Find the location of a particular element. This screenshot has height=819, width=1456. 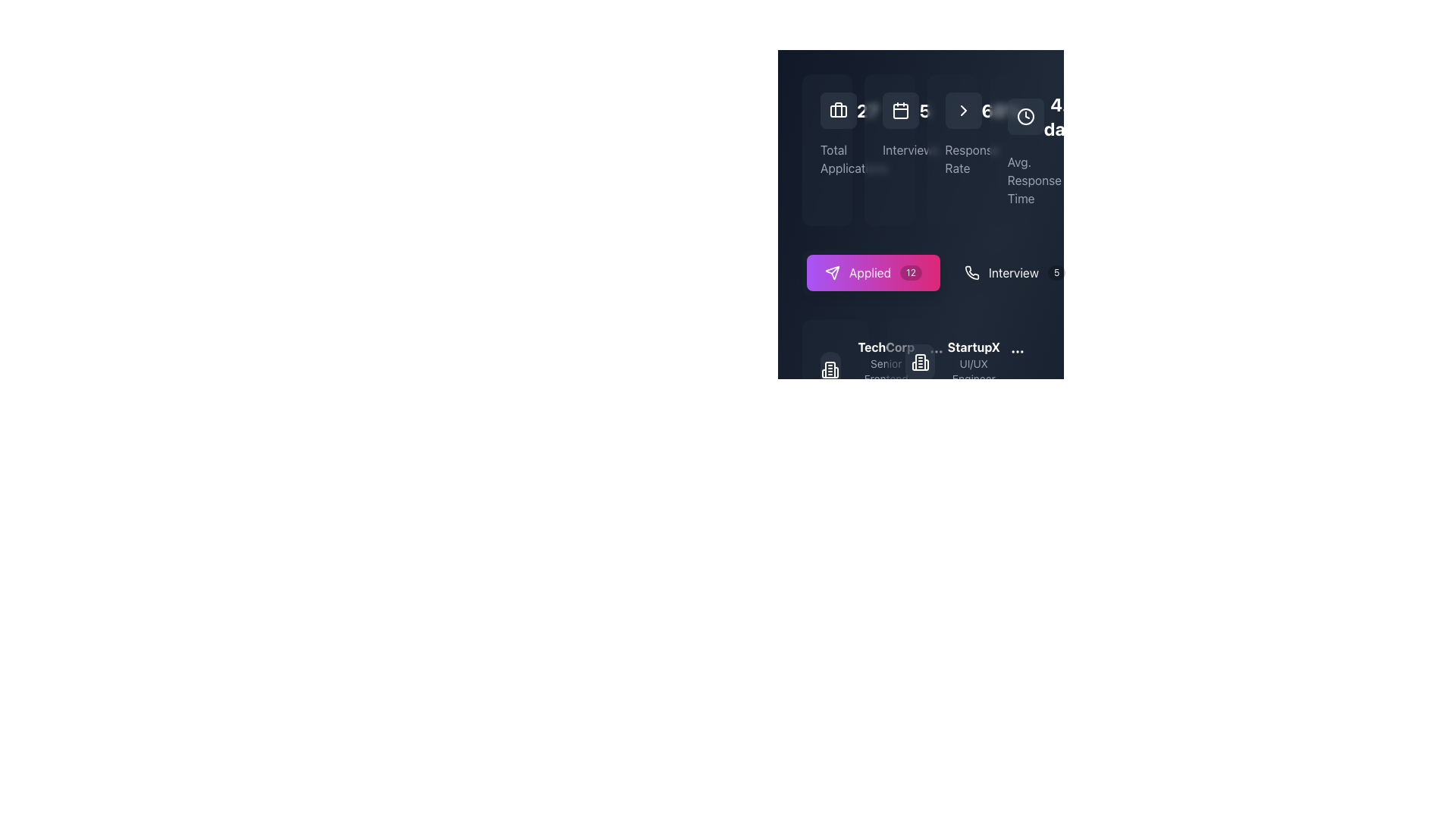

the 'Applied' button label, which is a text element displayed in bold white font against a vibrant gradient button background is located at coordinates (870, 271).